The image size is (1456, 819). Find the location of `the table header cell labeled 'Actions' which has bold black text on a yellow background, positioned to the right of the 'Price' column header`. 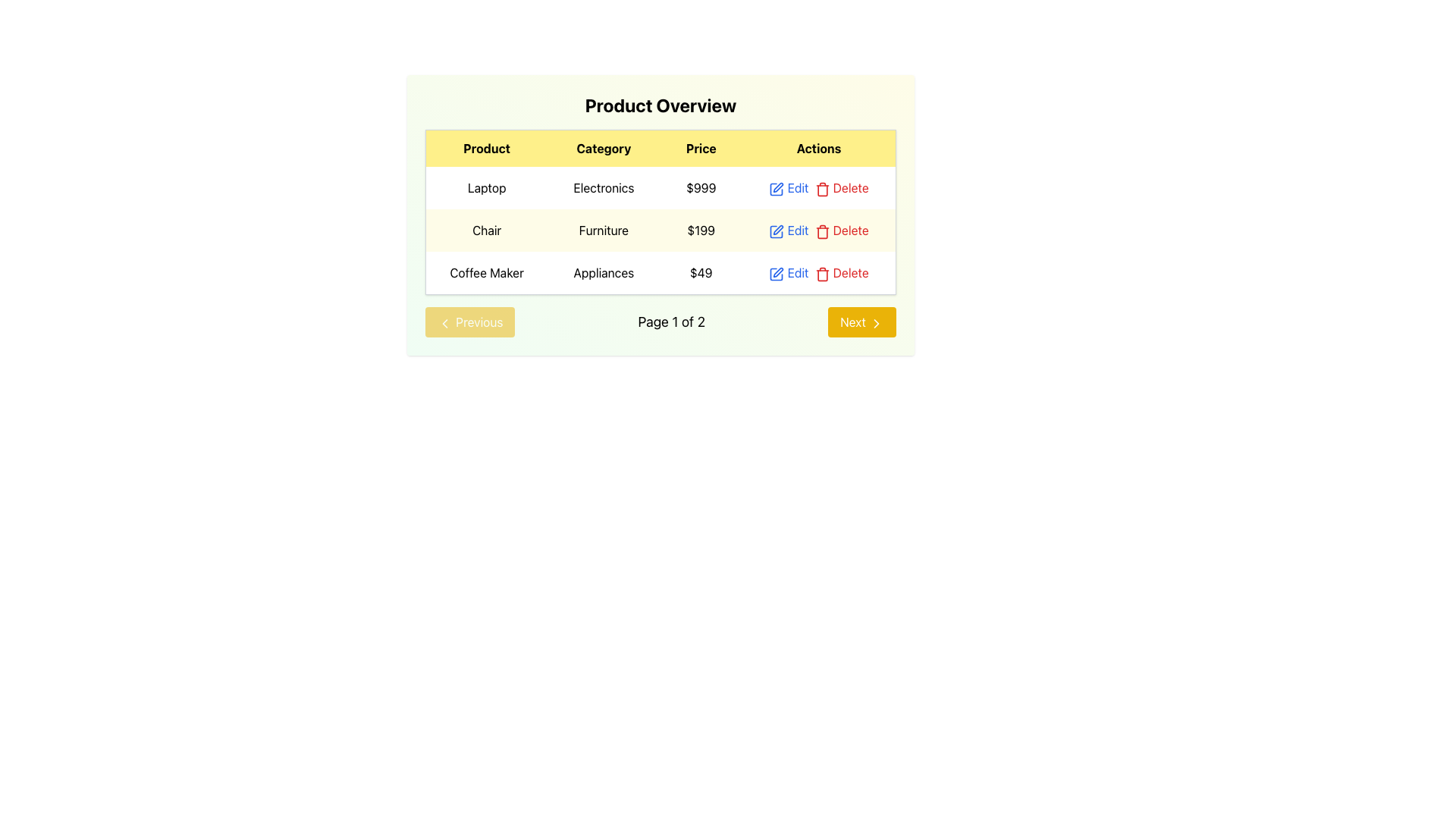

the table header cell labeled 'Actions' which has bold black text on a yellow background, positioned to the right of the 'Price' column header is located at coordinates (818, 148).